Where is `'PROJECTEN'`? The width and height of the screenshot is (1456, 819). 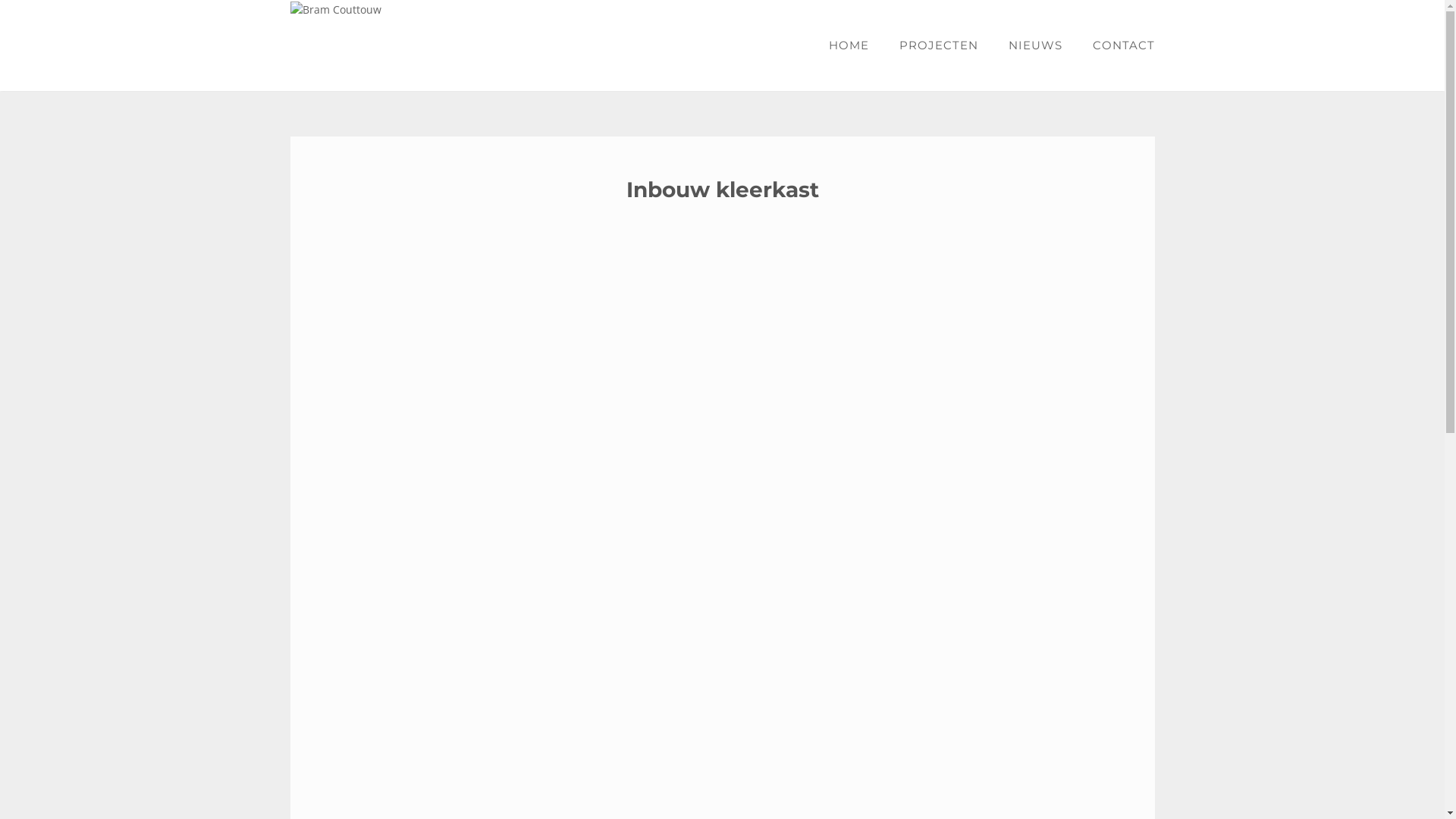 'PROJECTEN' is located at coordinates (884, 45).